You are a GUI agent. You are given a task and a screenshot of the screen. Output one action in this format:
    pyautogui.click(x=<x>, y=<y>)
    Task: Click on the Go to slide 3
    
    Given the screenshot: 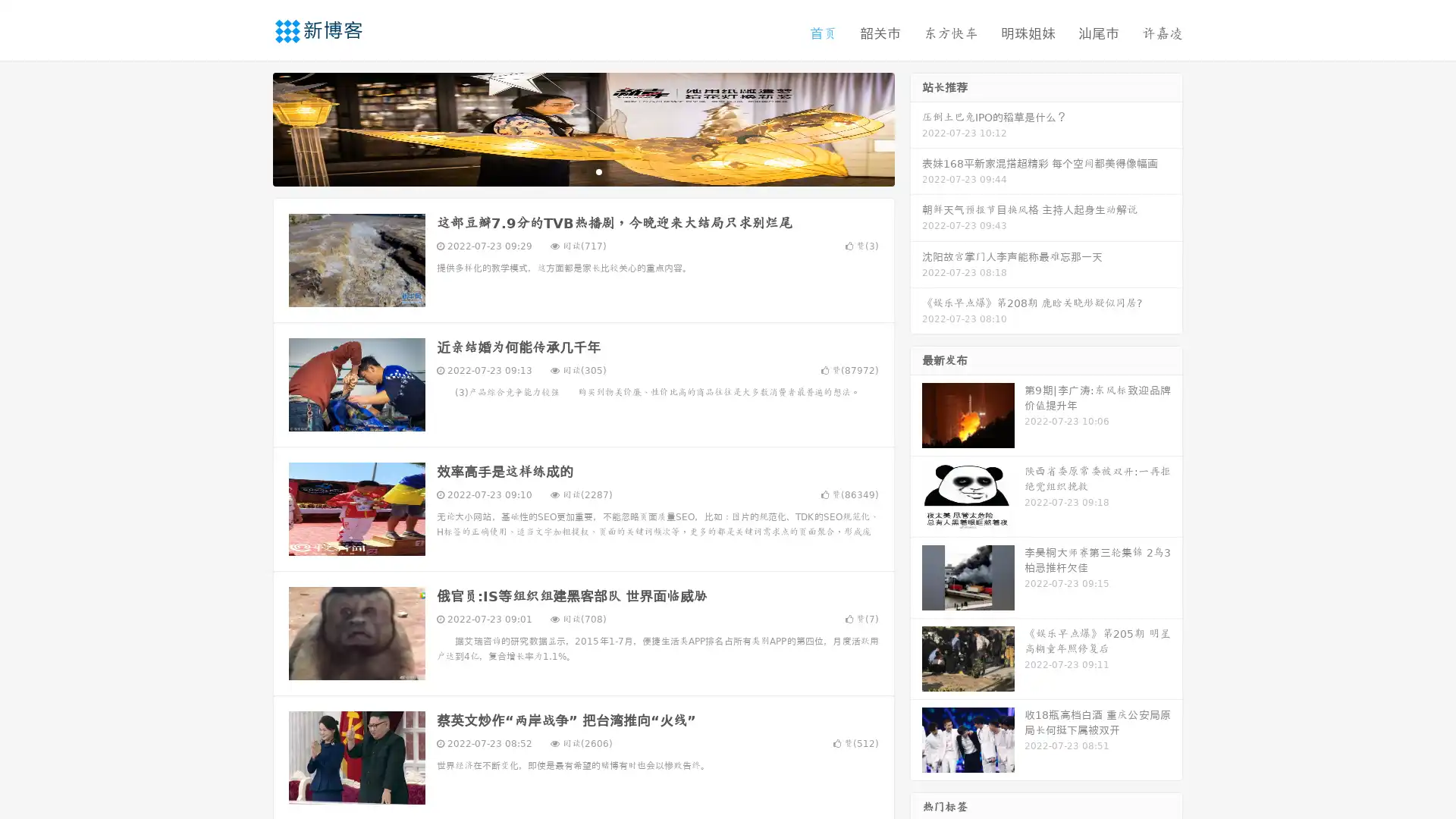 What is the action you would take?
    pyautogui.click(x=598, y=171)
    